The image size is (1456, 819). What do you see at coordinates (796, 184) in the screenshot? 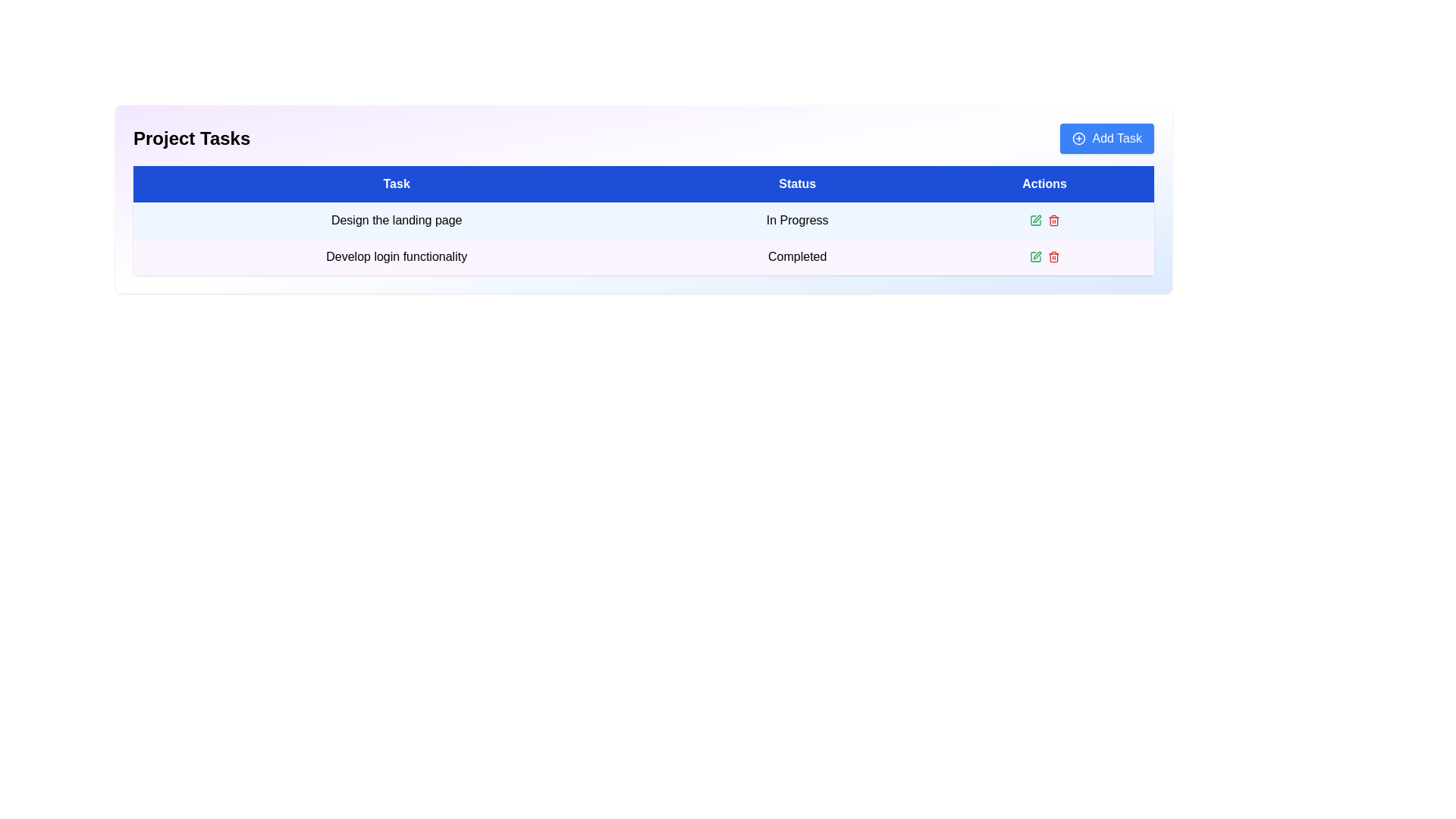
I see `the 'Status' column header in the table` at bounding box center [796, 184].